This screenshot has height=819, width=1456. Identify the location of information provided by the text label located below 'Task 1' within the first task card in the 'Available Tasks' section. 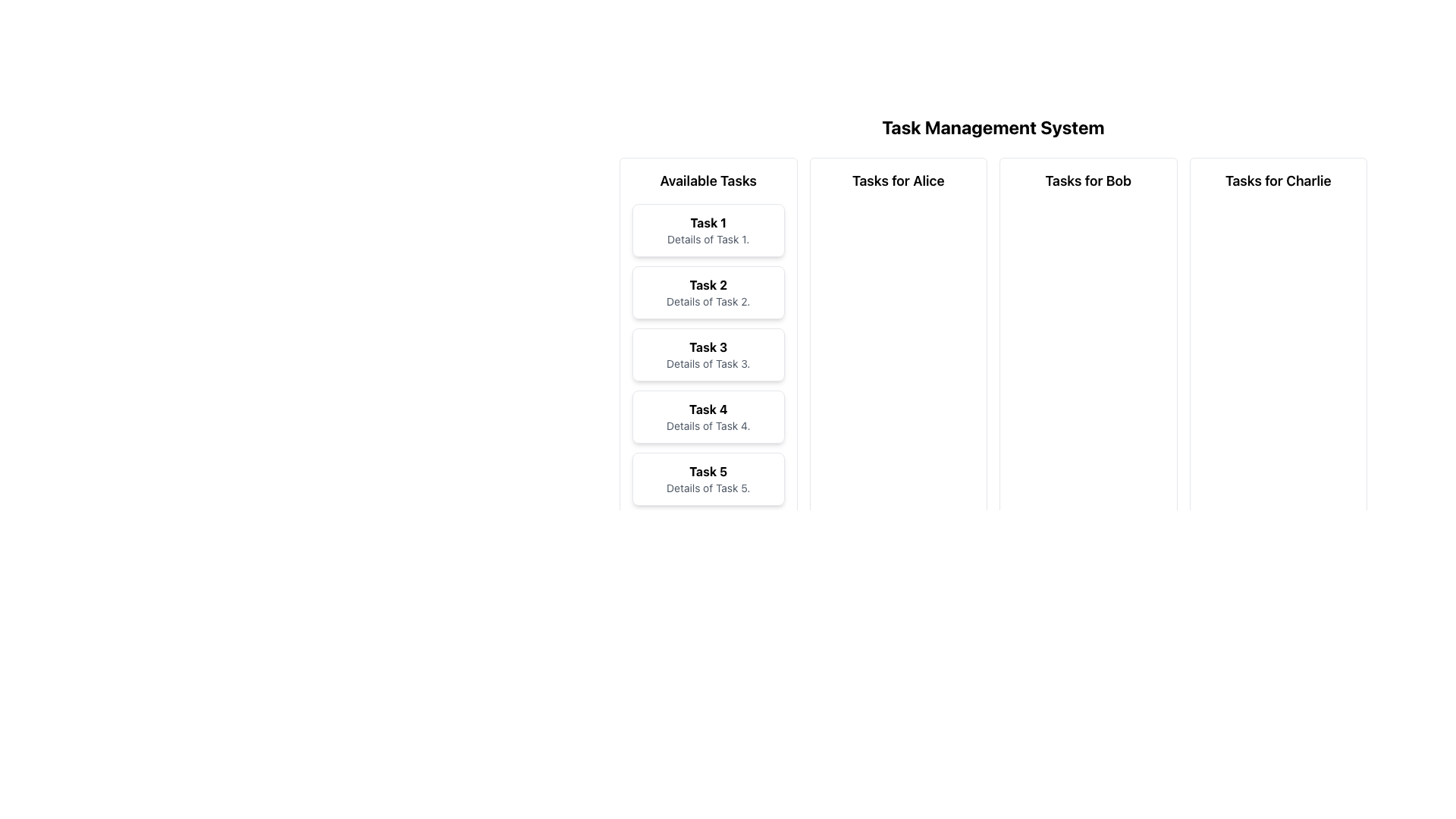
(708, 239).